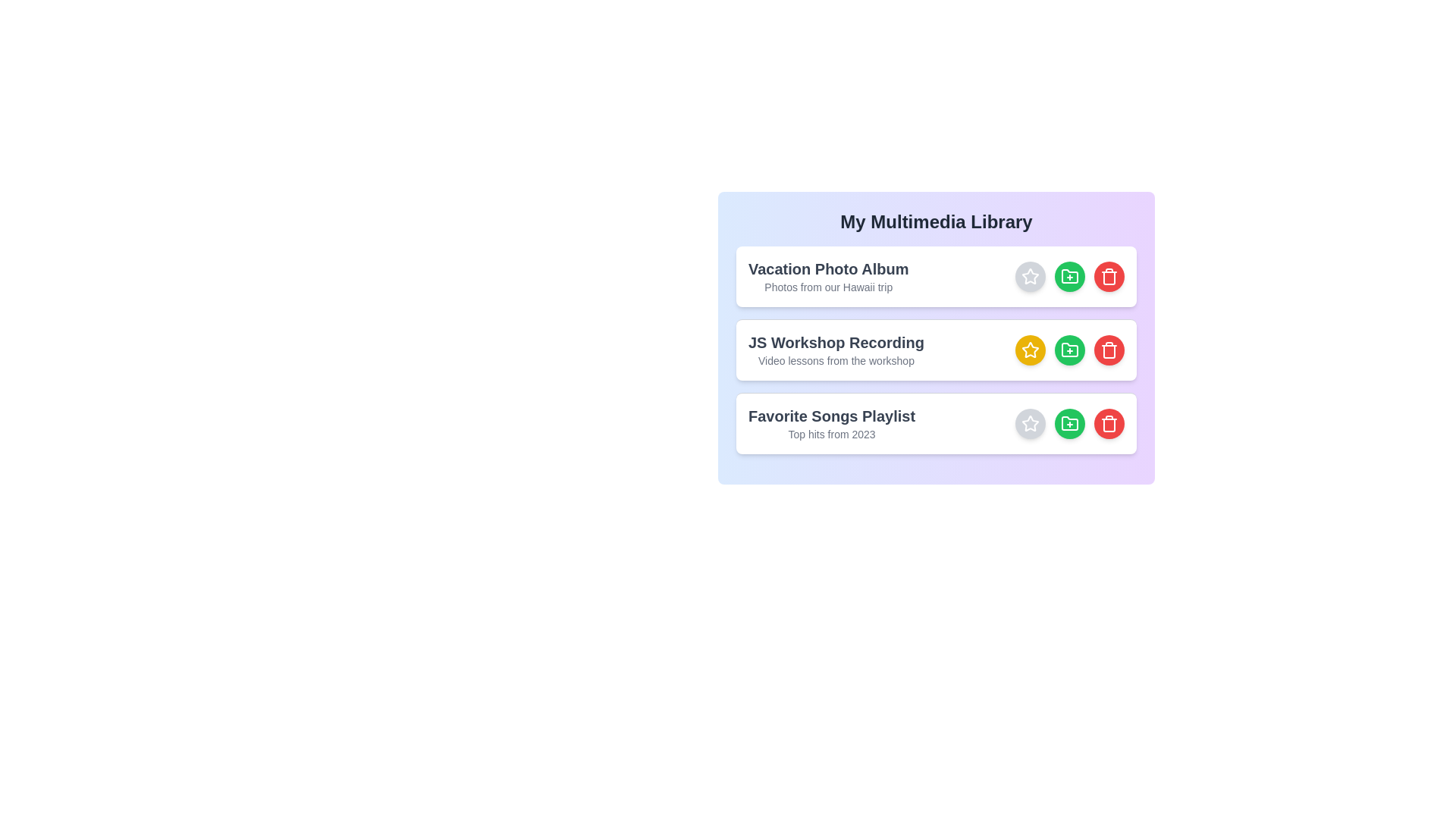 The width and height of the screenshot is (1456, 819). What do you see at coordinates (1030, 424) in the screenshot?
I see `the star icon button, which is styled with a thin outline and rounded edges, located on the right side of the 'Favorite Songs Playlist' list item under 'My Multimedia Library'` at bounding box center [1030, 424].